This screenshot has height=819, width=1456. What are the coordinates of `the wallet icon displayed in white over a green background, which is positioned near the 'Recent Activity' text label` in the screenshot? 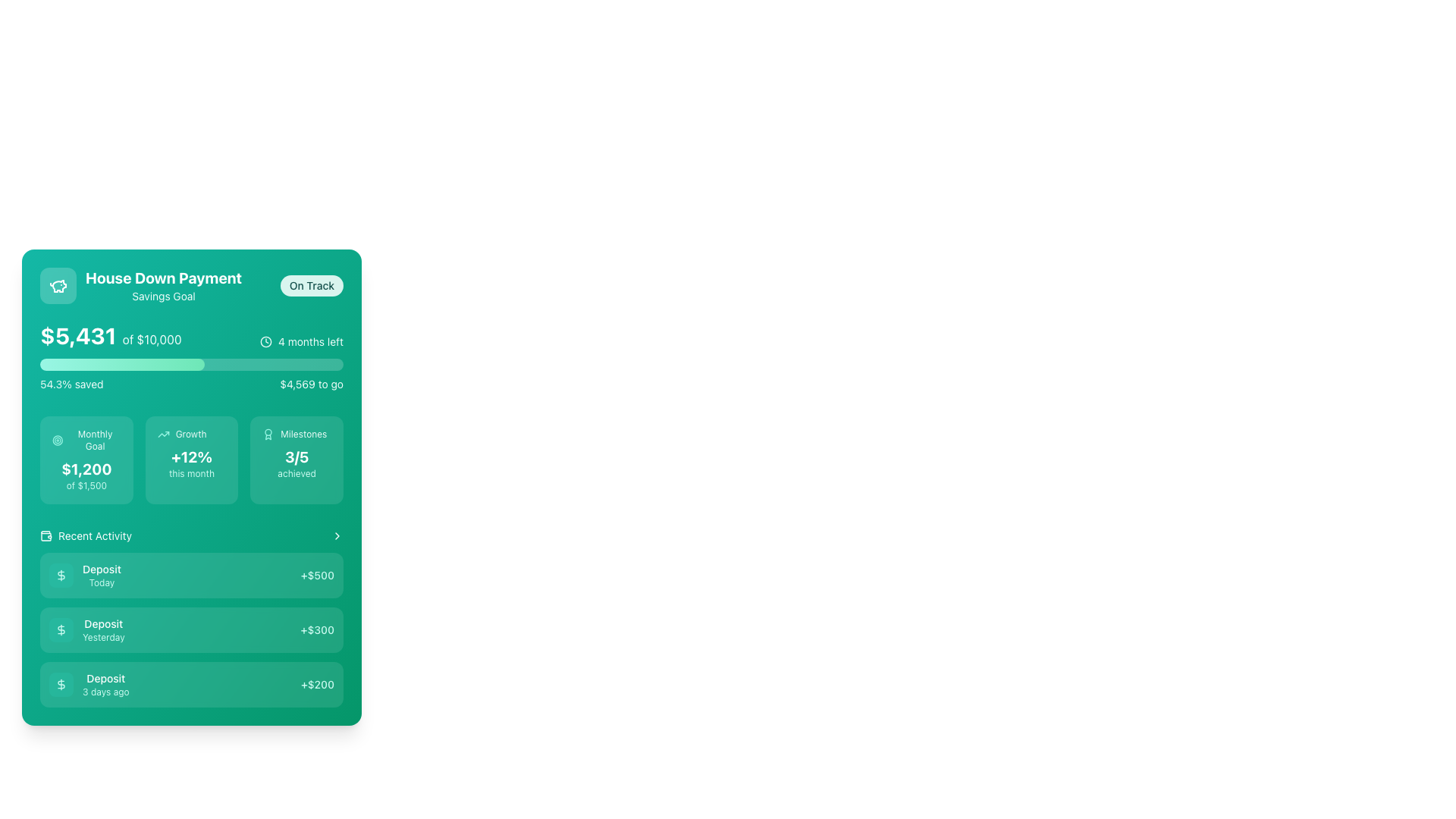 It's located at (46, 535).